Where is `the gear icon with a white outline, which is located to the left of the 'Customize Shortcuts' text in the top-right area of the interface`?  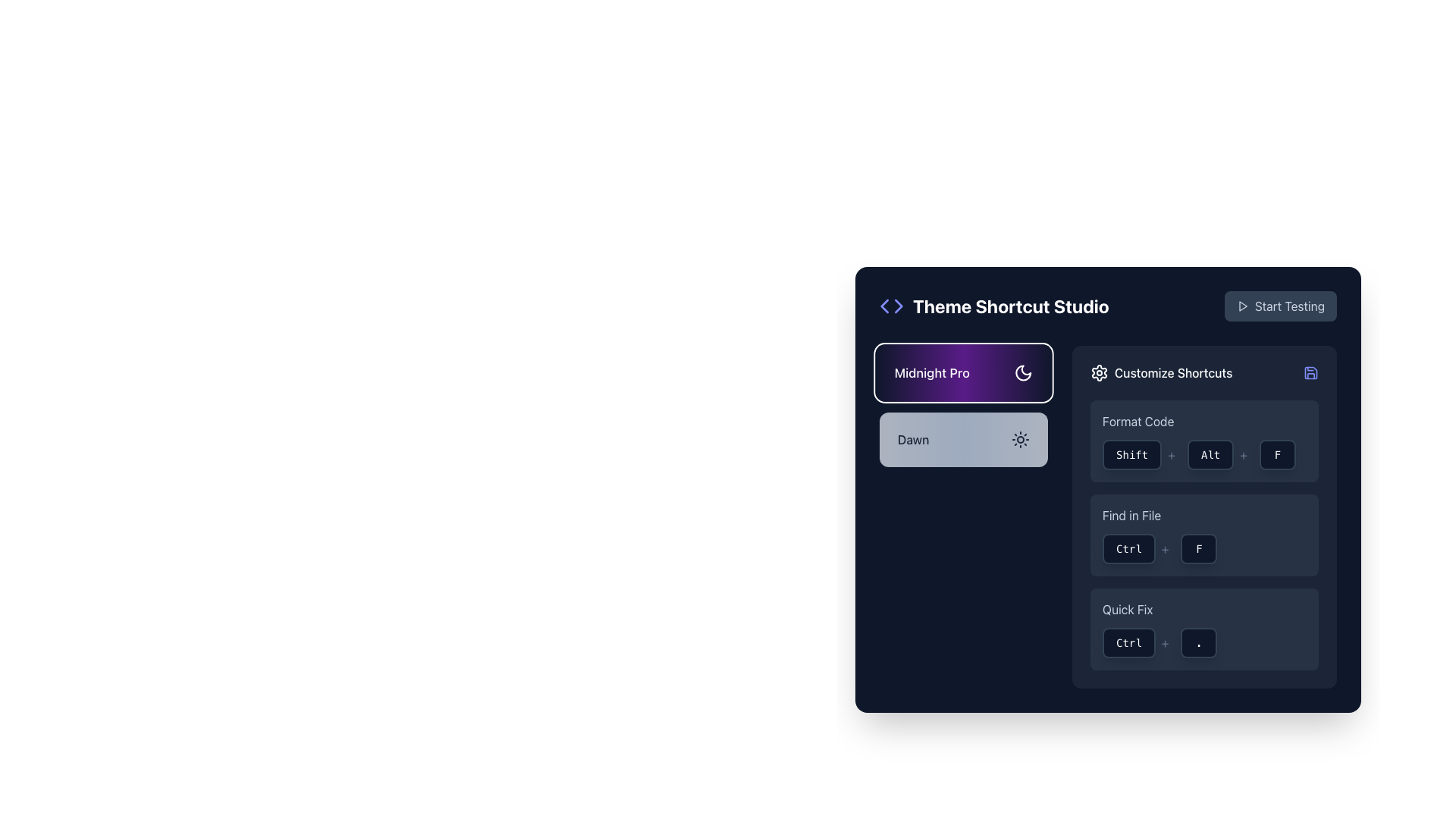
the gear icon with a white outline, which is located to the left of the 'Customize Shortcuts' text in the top-right area of the interface is located at coordinates (1099, 373).